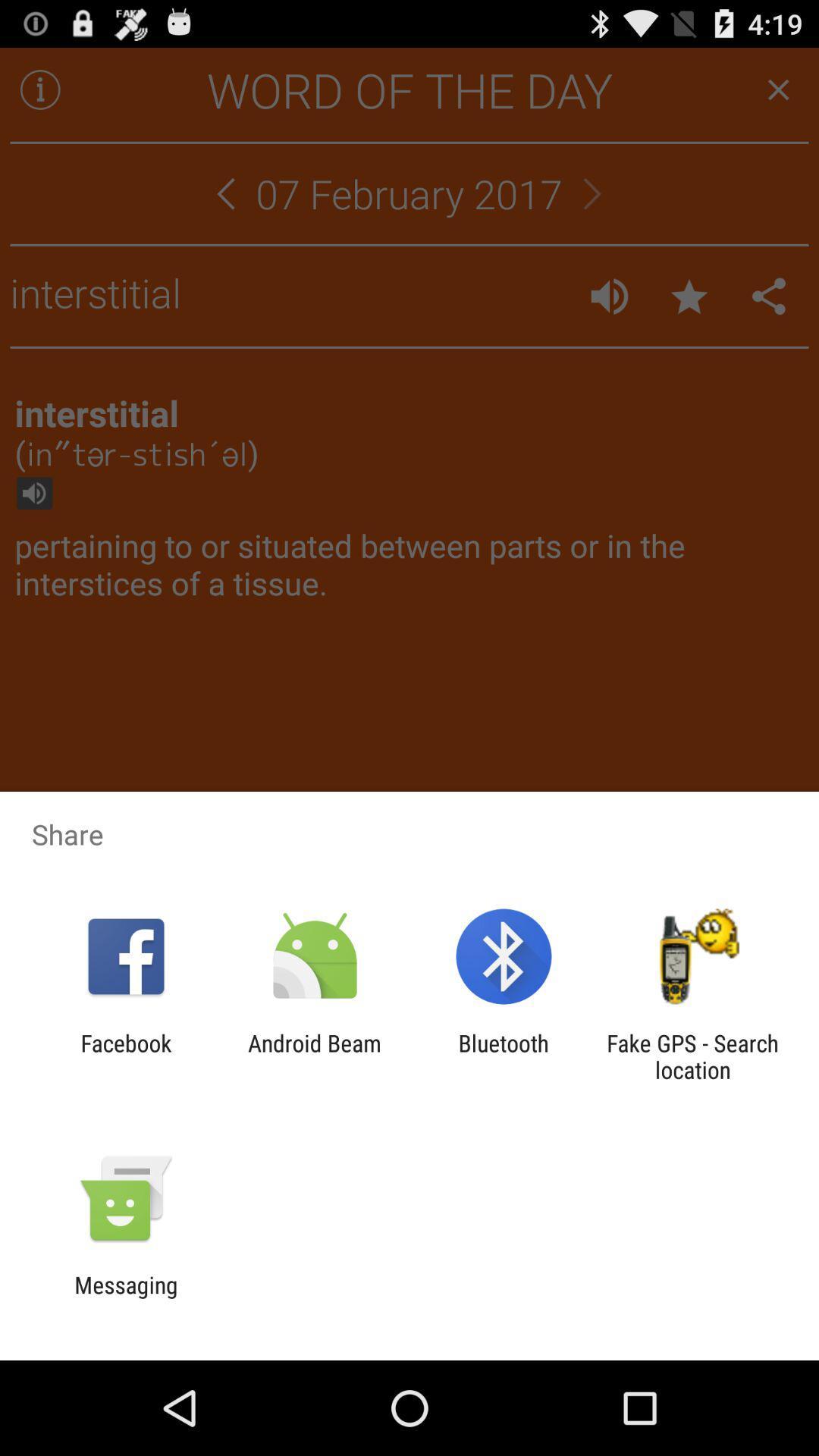 The image size is (819, 1456). What do you see at coordinates (504, 1056) in the screenshot?
I see `the icon to the left of the fake gps search app` at bounding box center [504, 1056].